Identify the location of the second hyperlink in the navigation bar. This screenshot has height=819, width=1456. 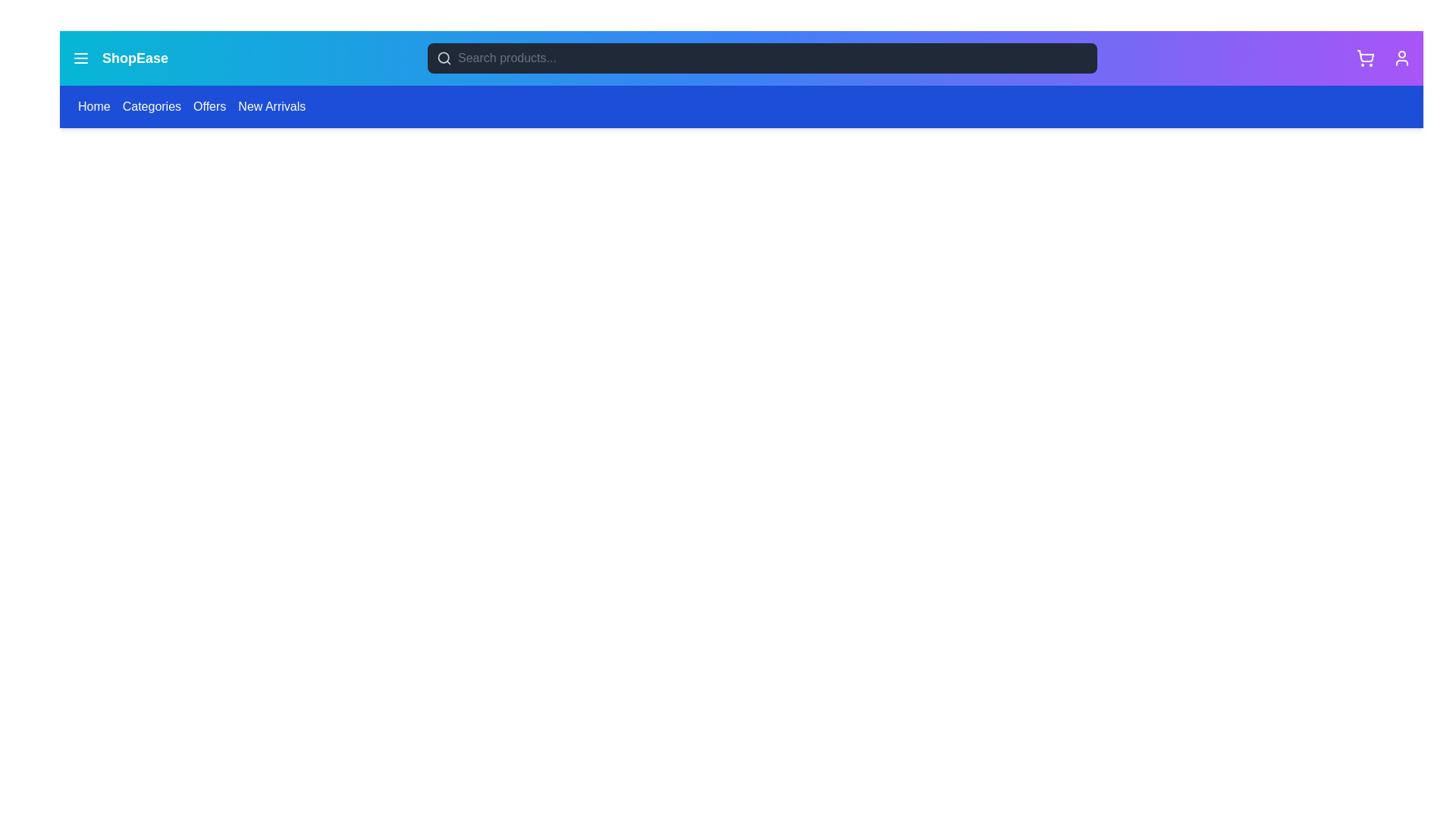
(152, 106).